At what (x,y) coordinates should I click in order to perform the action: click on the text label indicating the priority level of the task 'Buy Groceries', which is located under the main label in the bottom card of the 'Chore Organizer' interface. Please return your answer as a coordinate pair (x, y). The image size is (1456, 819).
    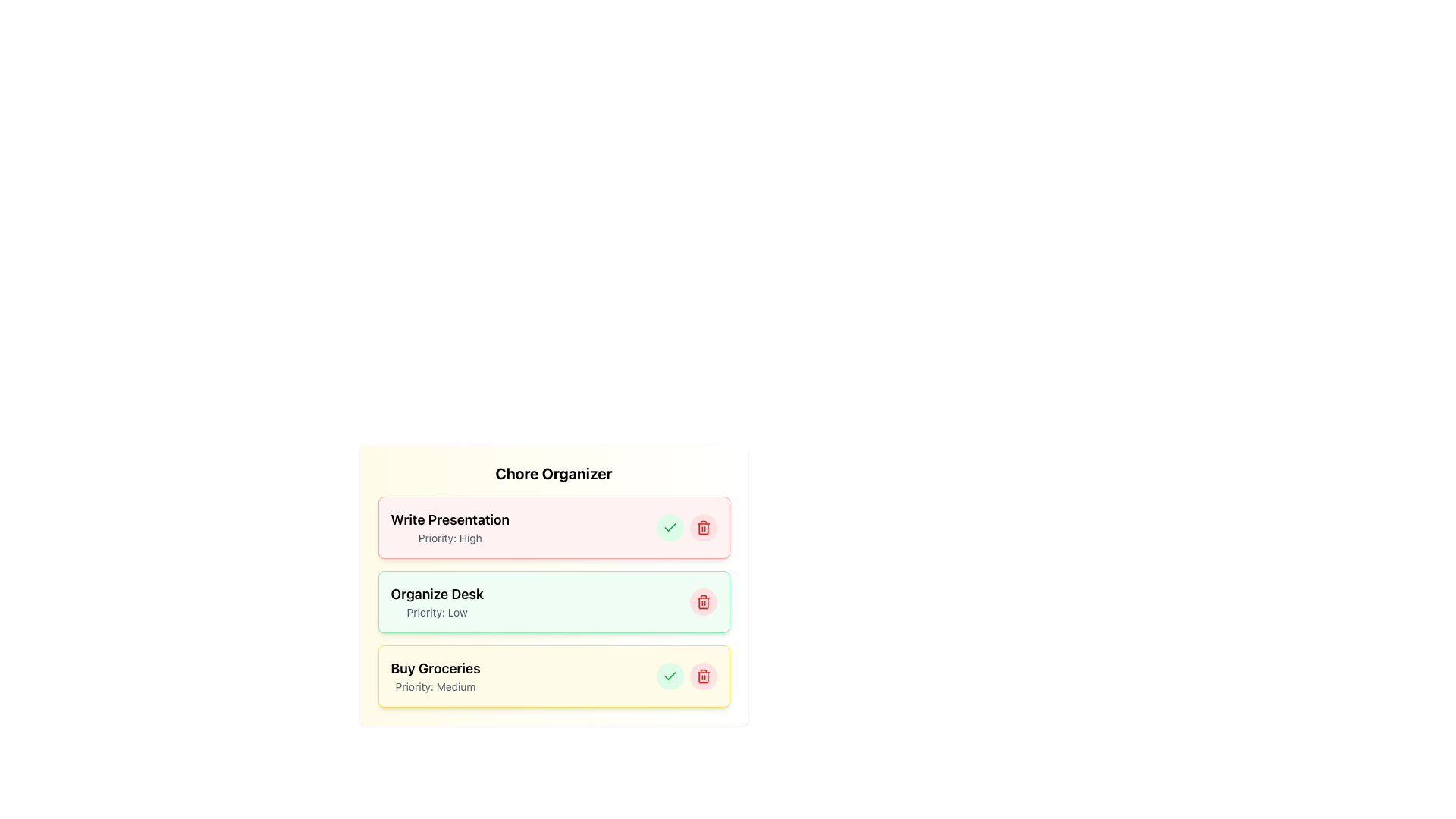
    Looking at the image, I should click on (435, 687).